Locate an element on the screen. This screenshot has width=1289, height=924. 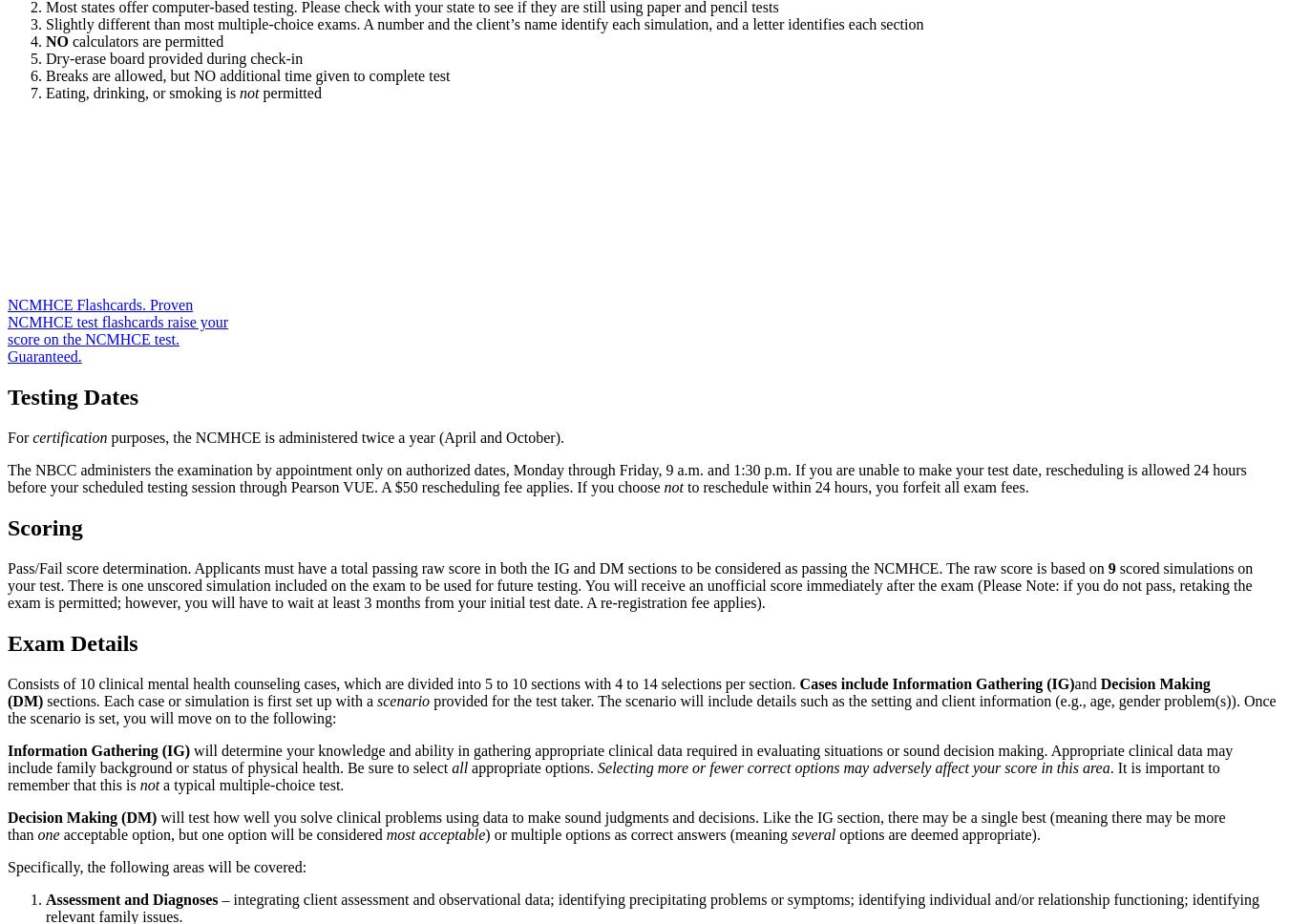
'acceptable option, but one option will be considered' is located at coordinates (222, 832).